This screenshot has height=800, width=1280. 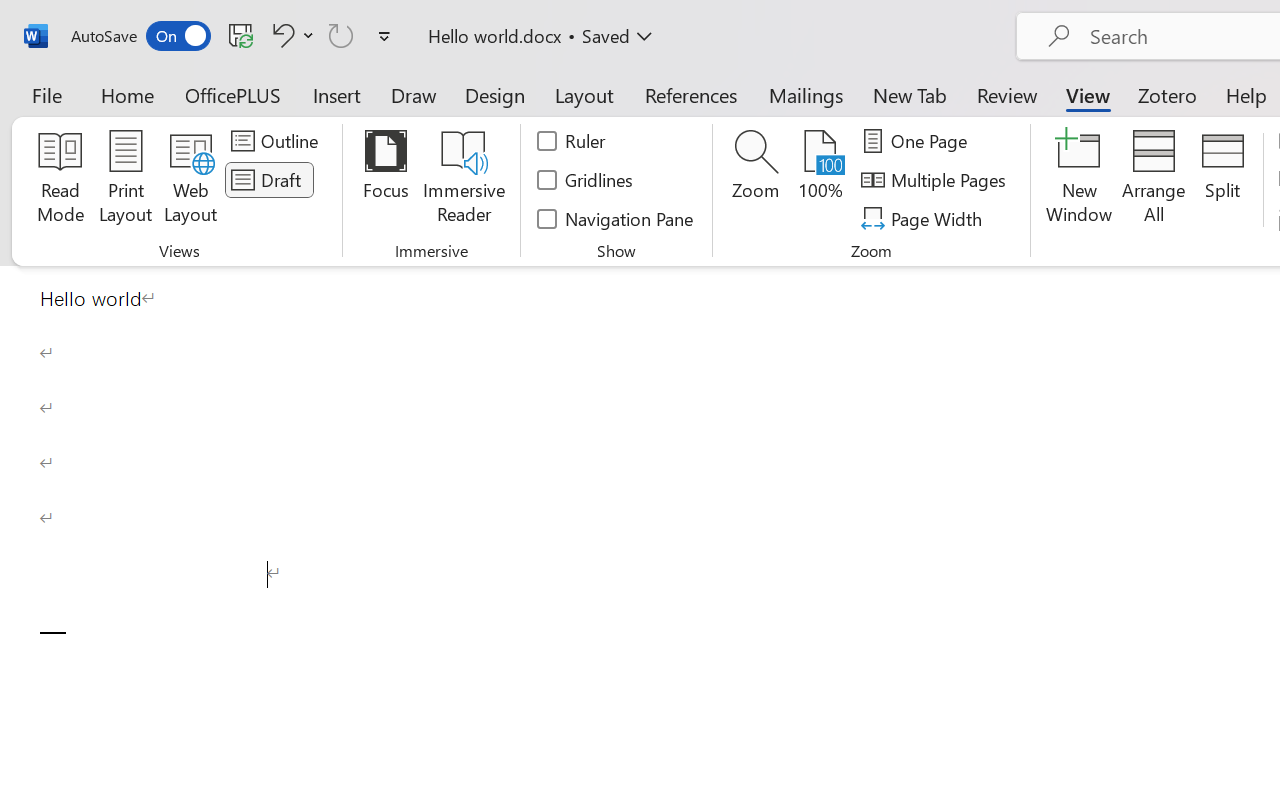 I want to click on 'Outline', so click(x=277, y=141).